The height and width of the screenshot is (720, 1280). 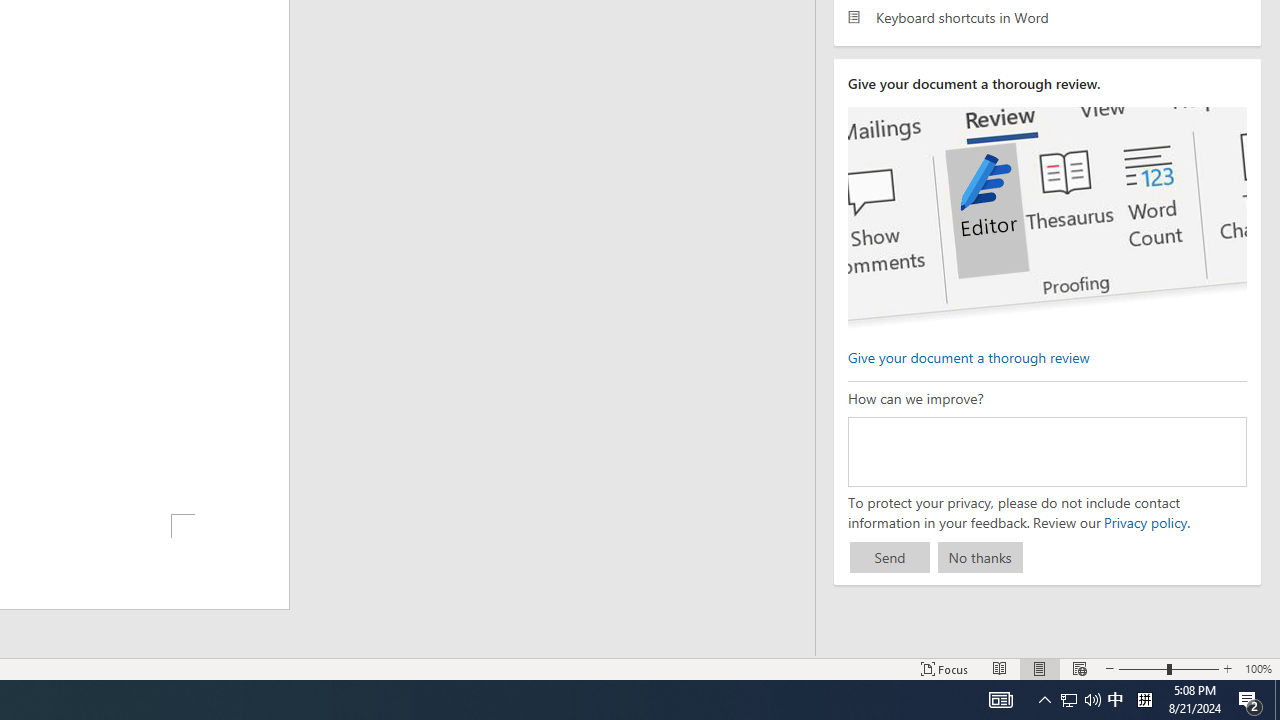 What do you see at coordinates (1226, 669) in the screenshot?
I see `'Zoom In'` at bounding box center [1226, 669].